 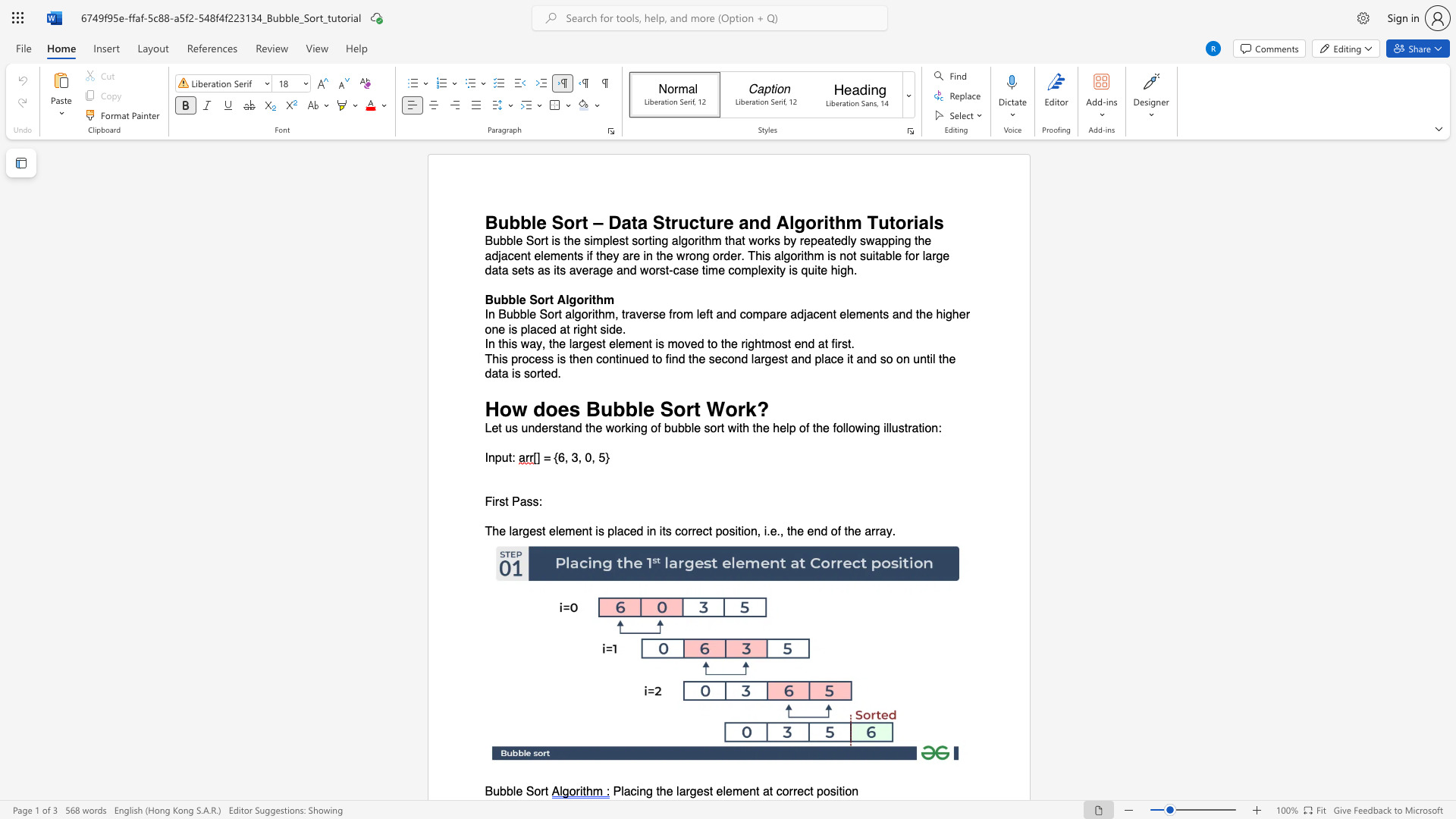 I want to click on the subset text "tion, i.e., the end of the a" within the text "The largest element is placed in its correct position, i.e., the end of the array.", so click(x=738, y=531).